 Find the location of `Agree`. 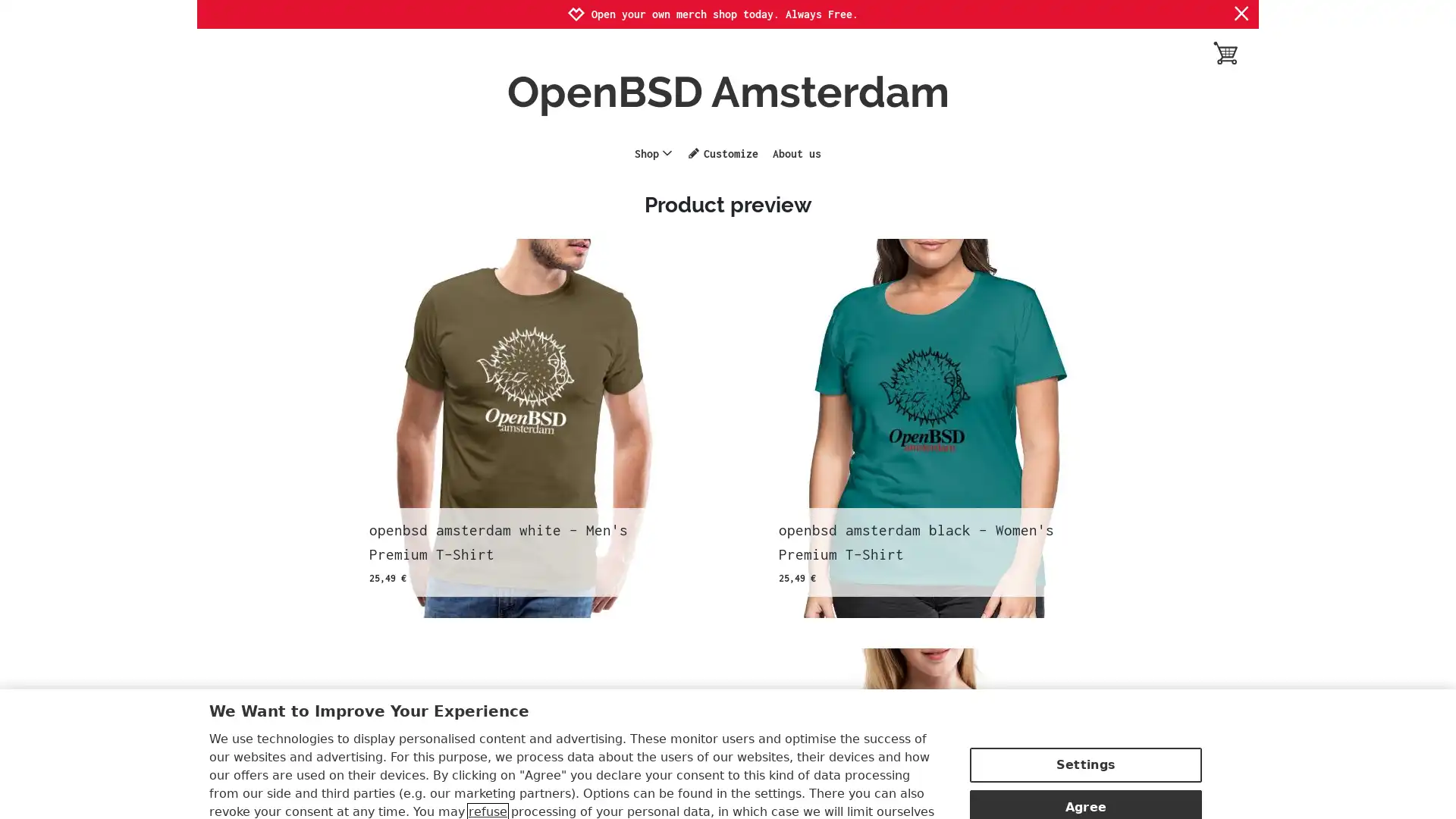

Agree is located at coordinates (1084, 730).